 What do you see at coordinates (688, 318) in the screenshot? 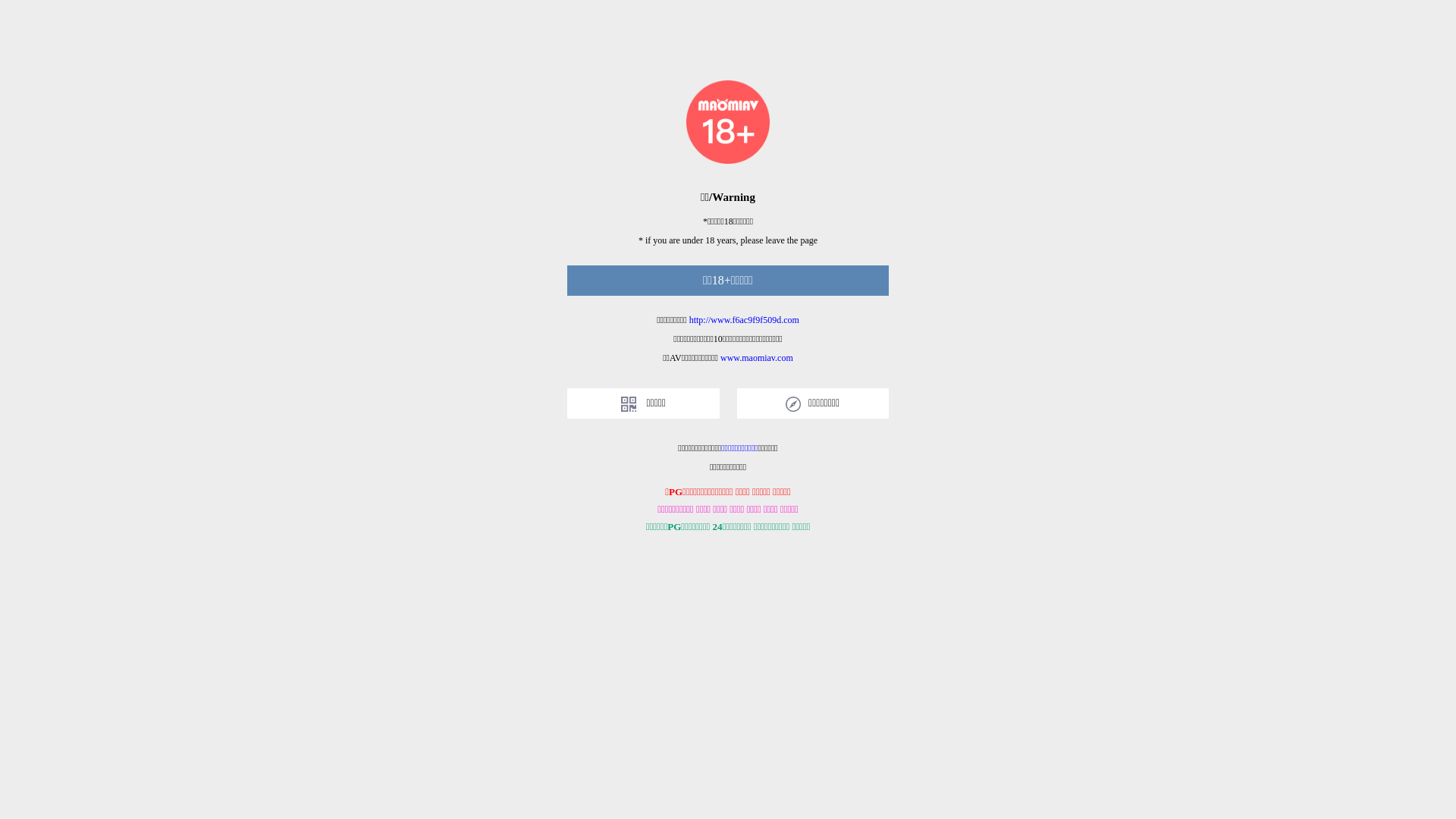
I see `'http://www.f6ac9f9f509d.com'` at bounding box center [688, 318].